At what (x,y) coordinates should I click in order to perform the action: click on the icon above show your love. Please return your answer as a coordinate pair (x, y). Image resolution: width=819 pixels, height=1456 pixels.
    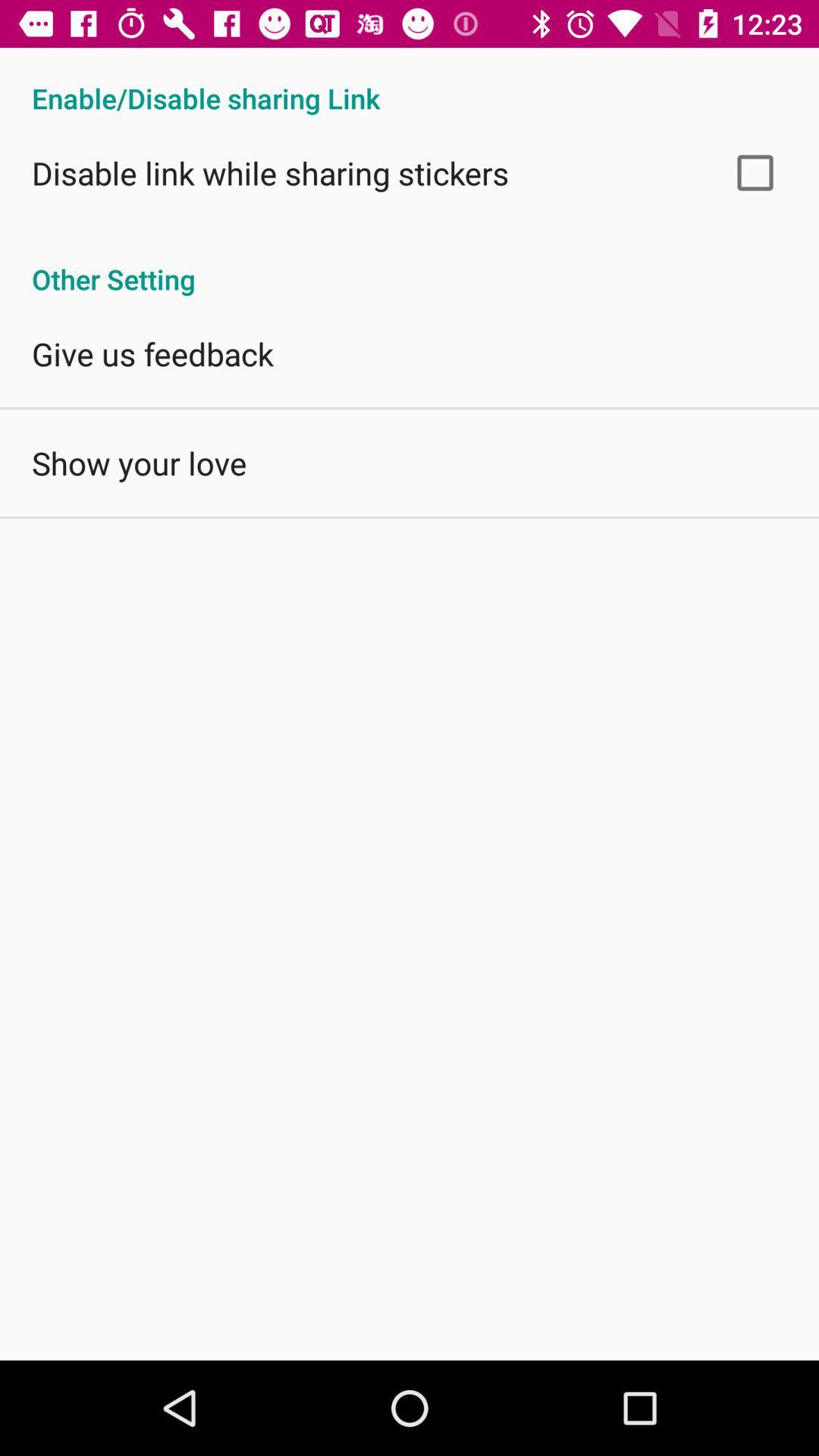
    Looking at the image, I should click on (152, 353).